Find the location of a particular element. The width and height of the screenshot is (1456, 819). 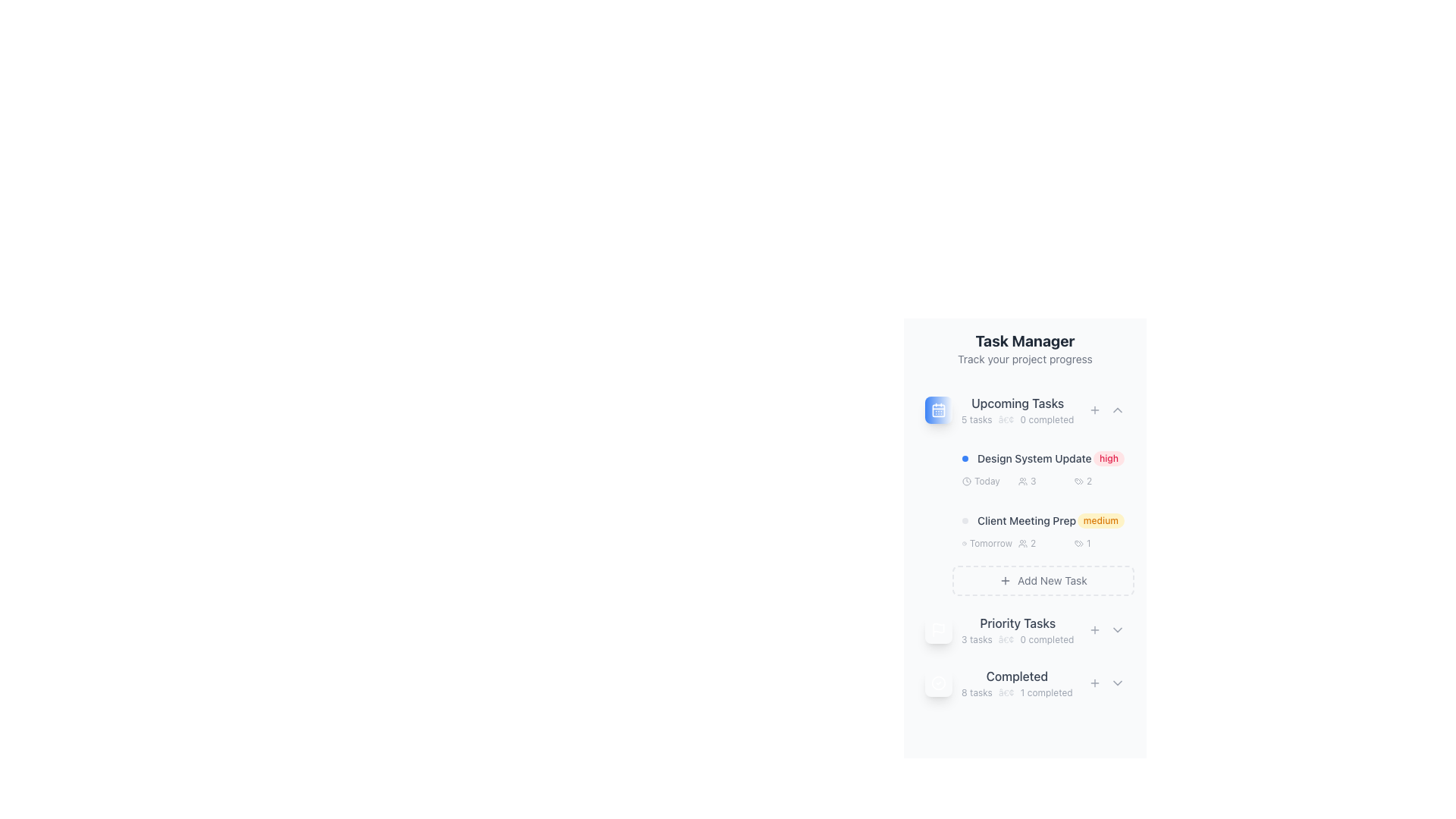

the chevron in the Summary card component is located at coordinates (1025, 683).